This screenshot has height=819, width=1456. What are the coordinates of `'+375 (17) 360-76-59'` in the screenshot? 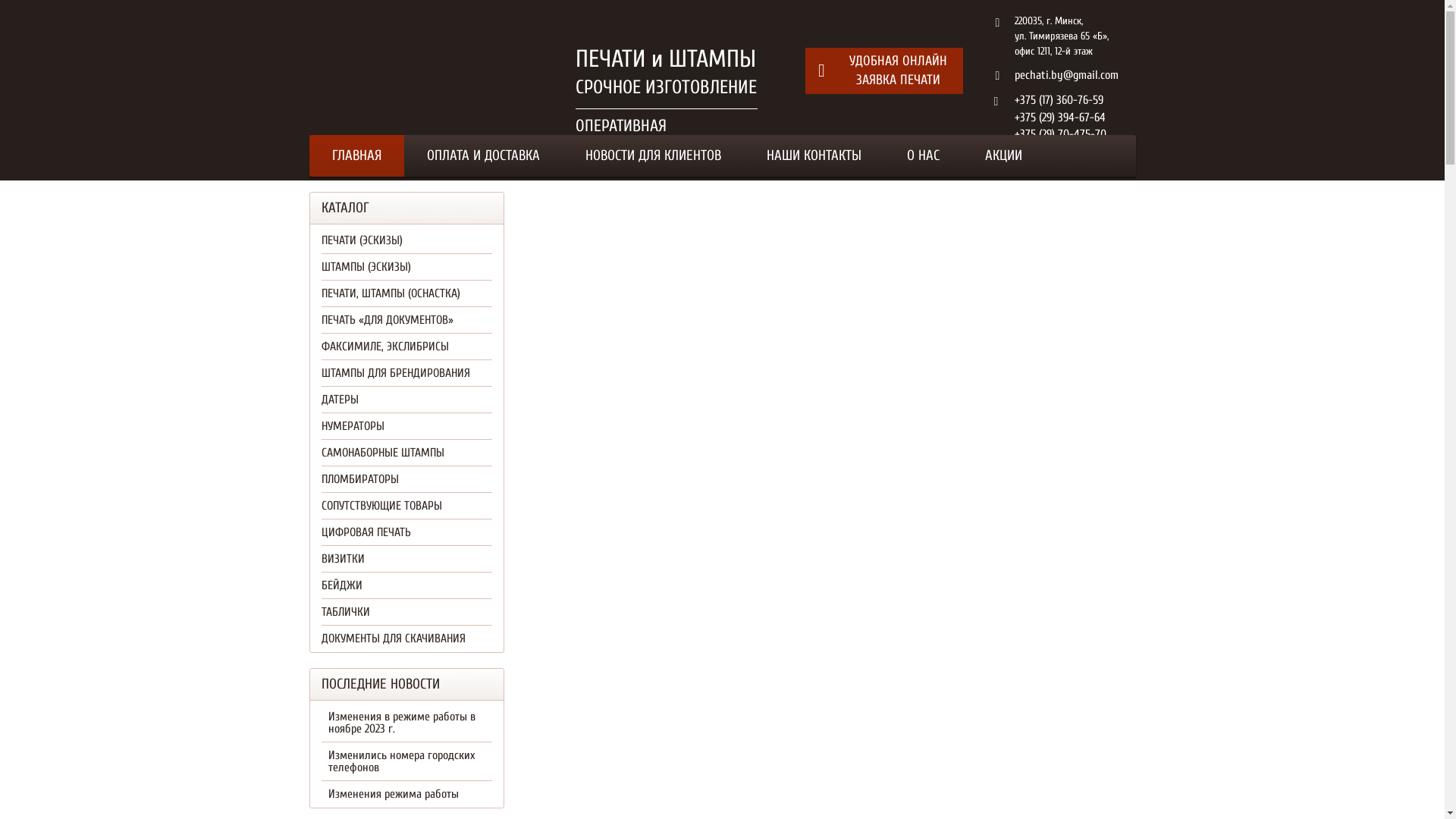 It's located at (1058, 99).